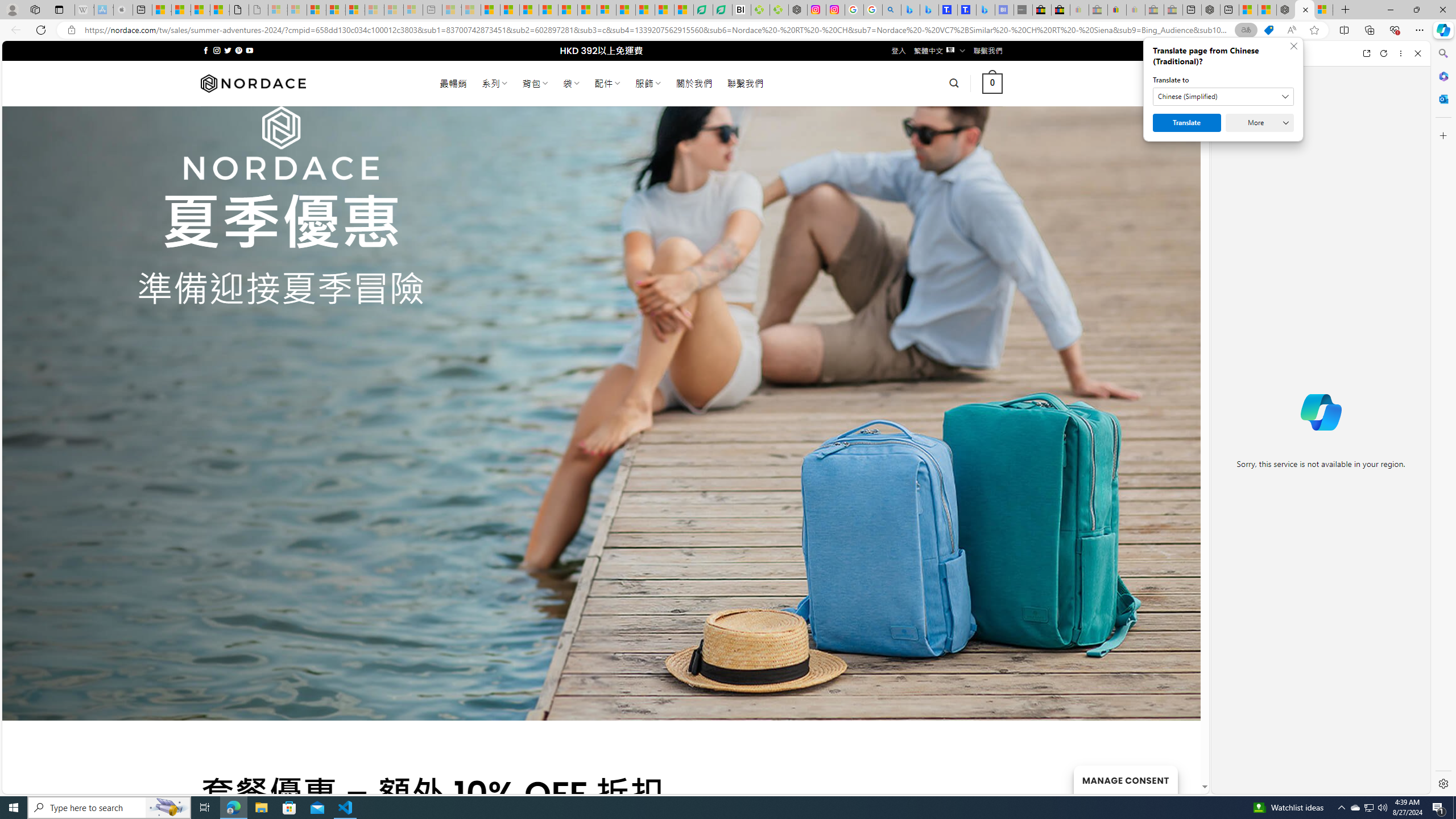 The height and width of the screenshot is (819, 1456). Describe the element at coordinates (250, 50) in the screenshot. I see `'Follow on YouTube'` at that location.